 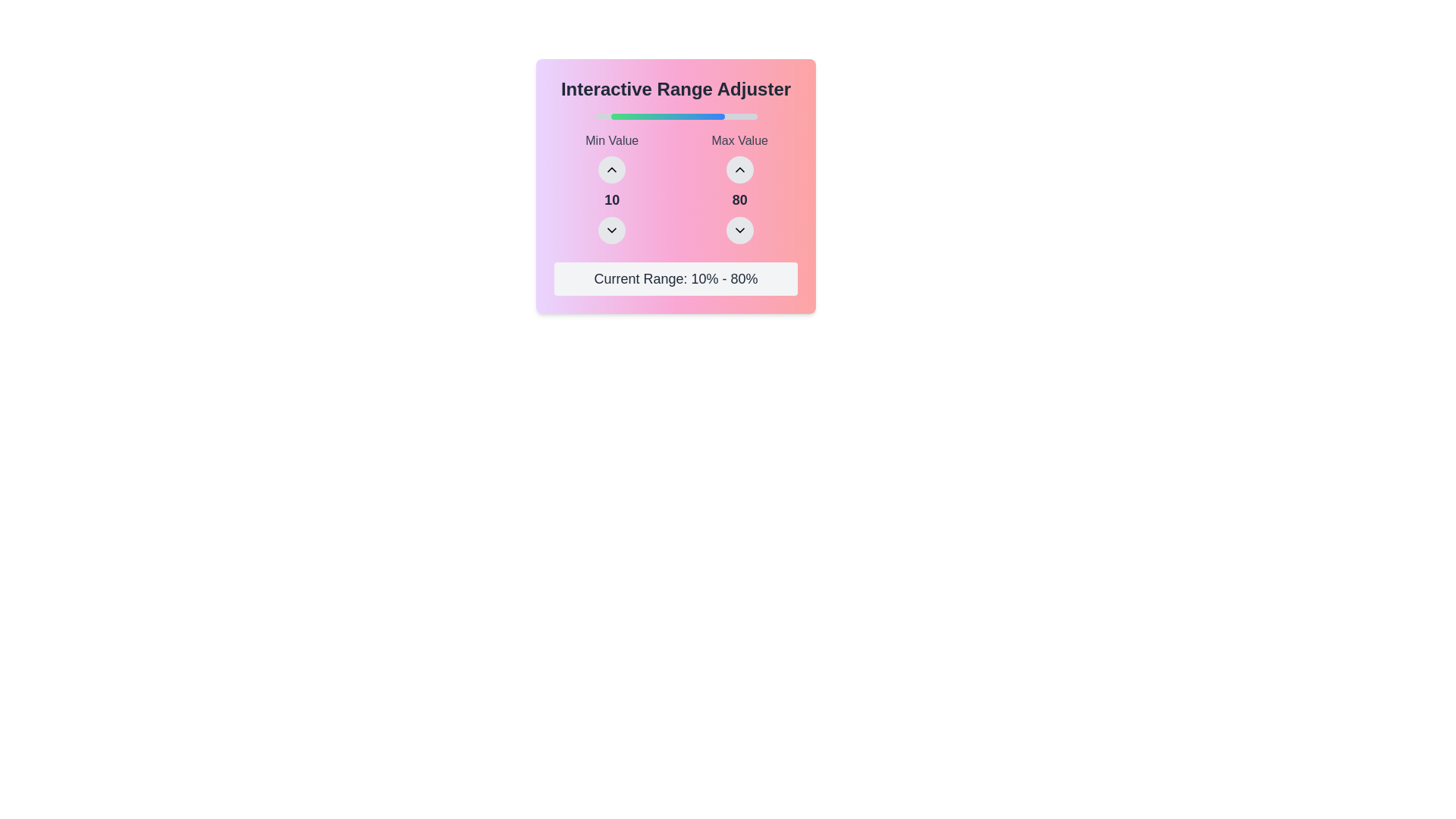 What do you see at coordinates (612, 169) in the screenshot?
I see `the chevron-up icon within the circular button under the 'Min Value' label to increase the minimum value in the range adjuster interface` at bounding box center [612, 169].